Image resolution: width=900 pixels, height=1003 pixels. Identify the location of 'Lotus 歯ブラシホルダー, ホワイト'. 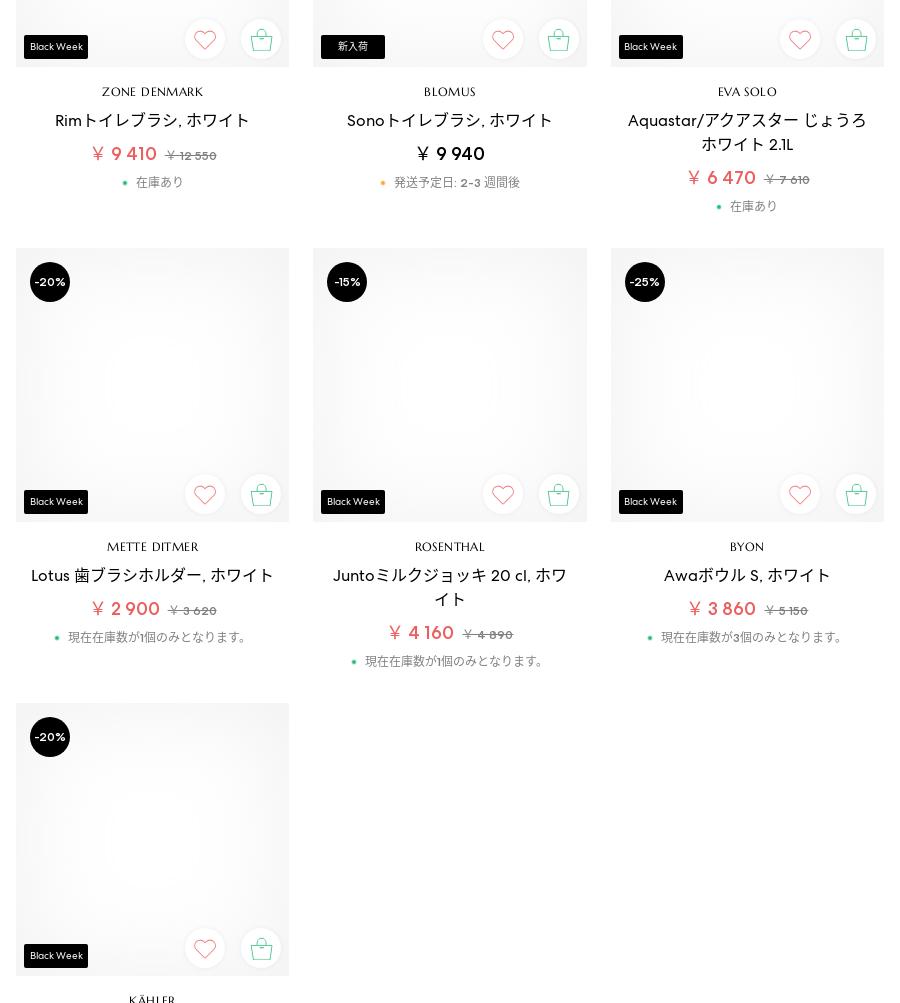
(152, 573).